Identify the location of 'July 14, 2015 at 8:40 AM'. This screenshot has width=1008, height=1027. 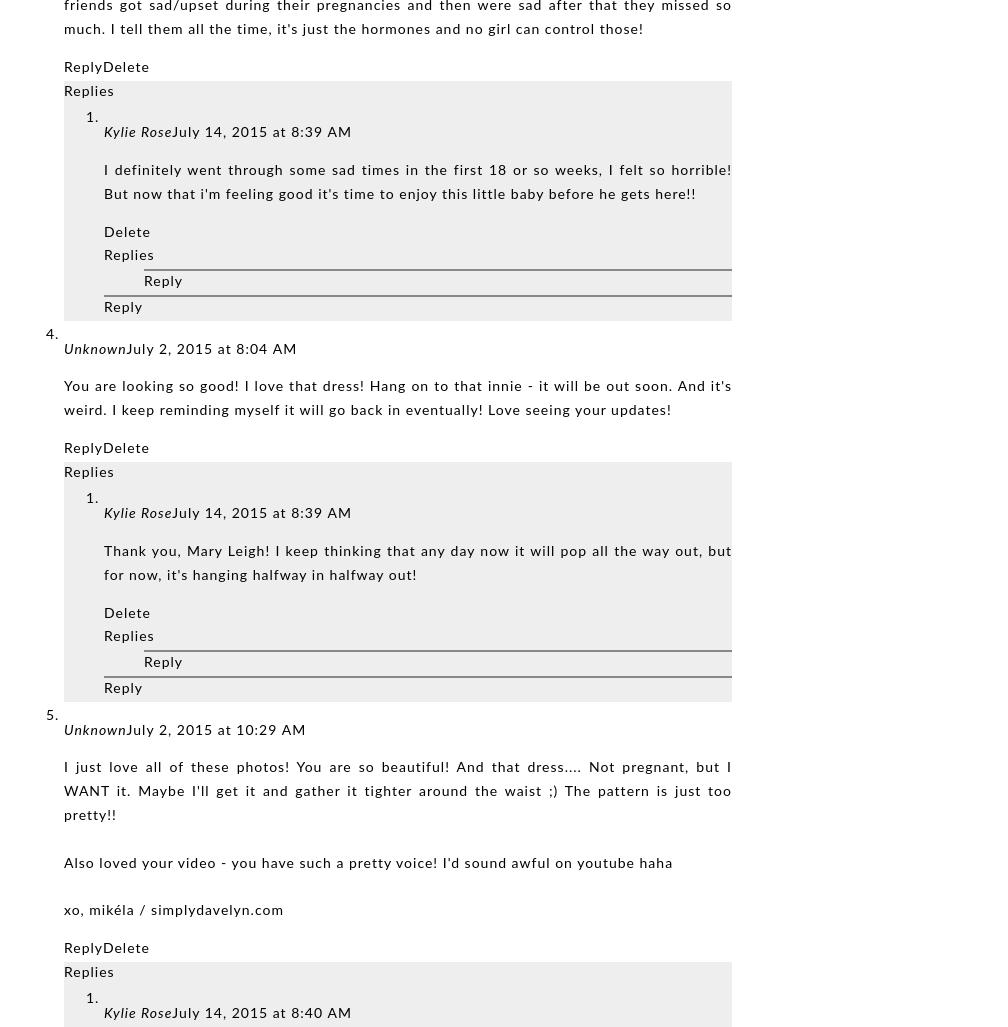
(261, 1012).